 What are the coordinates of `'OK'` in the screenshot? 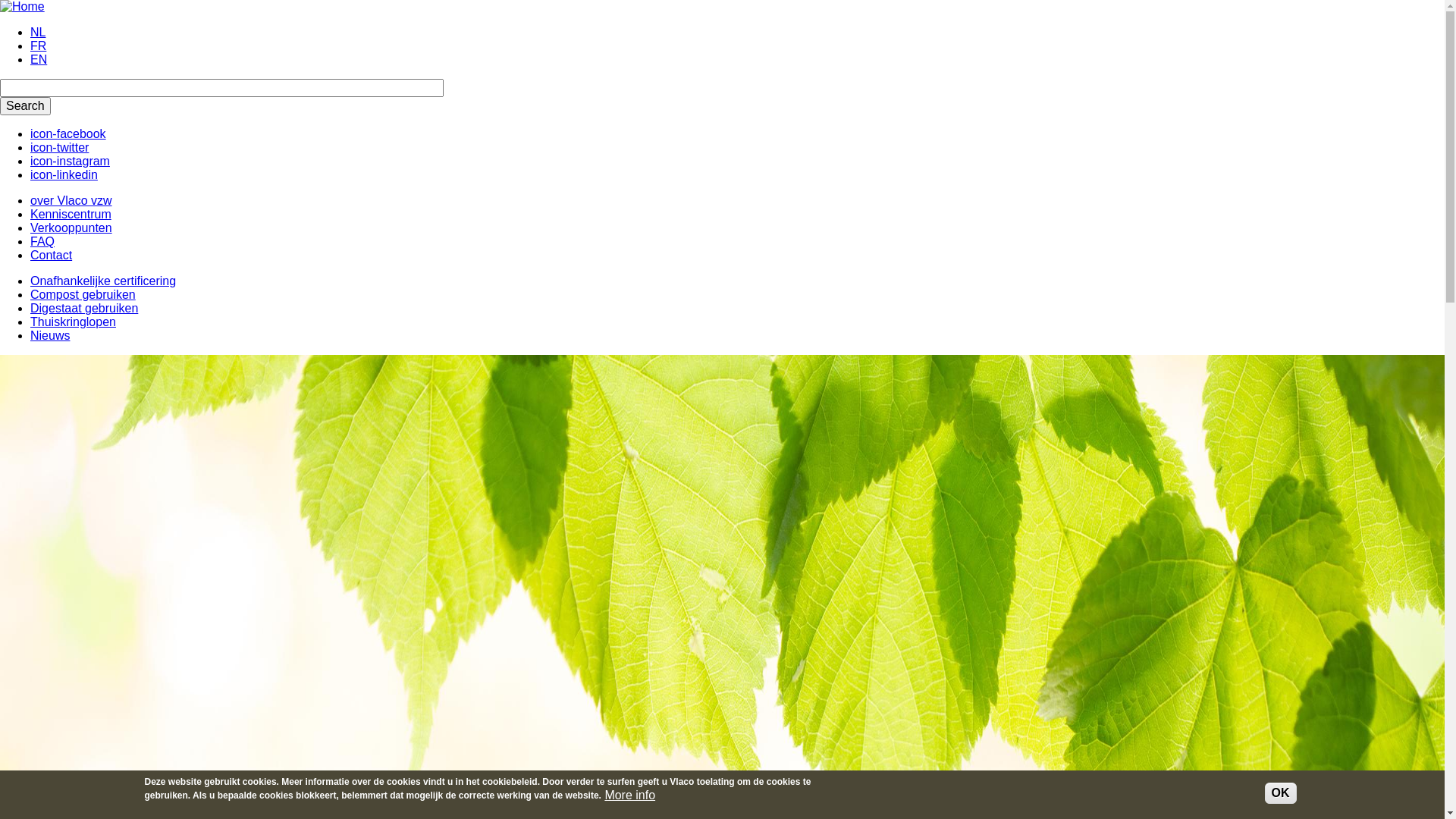 It's located at (1280, 792).